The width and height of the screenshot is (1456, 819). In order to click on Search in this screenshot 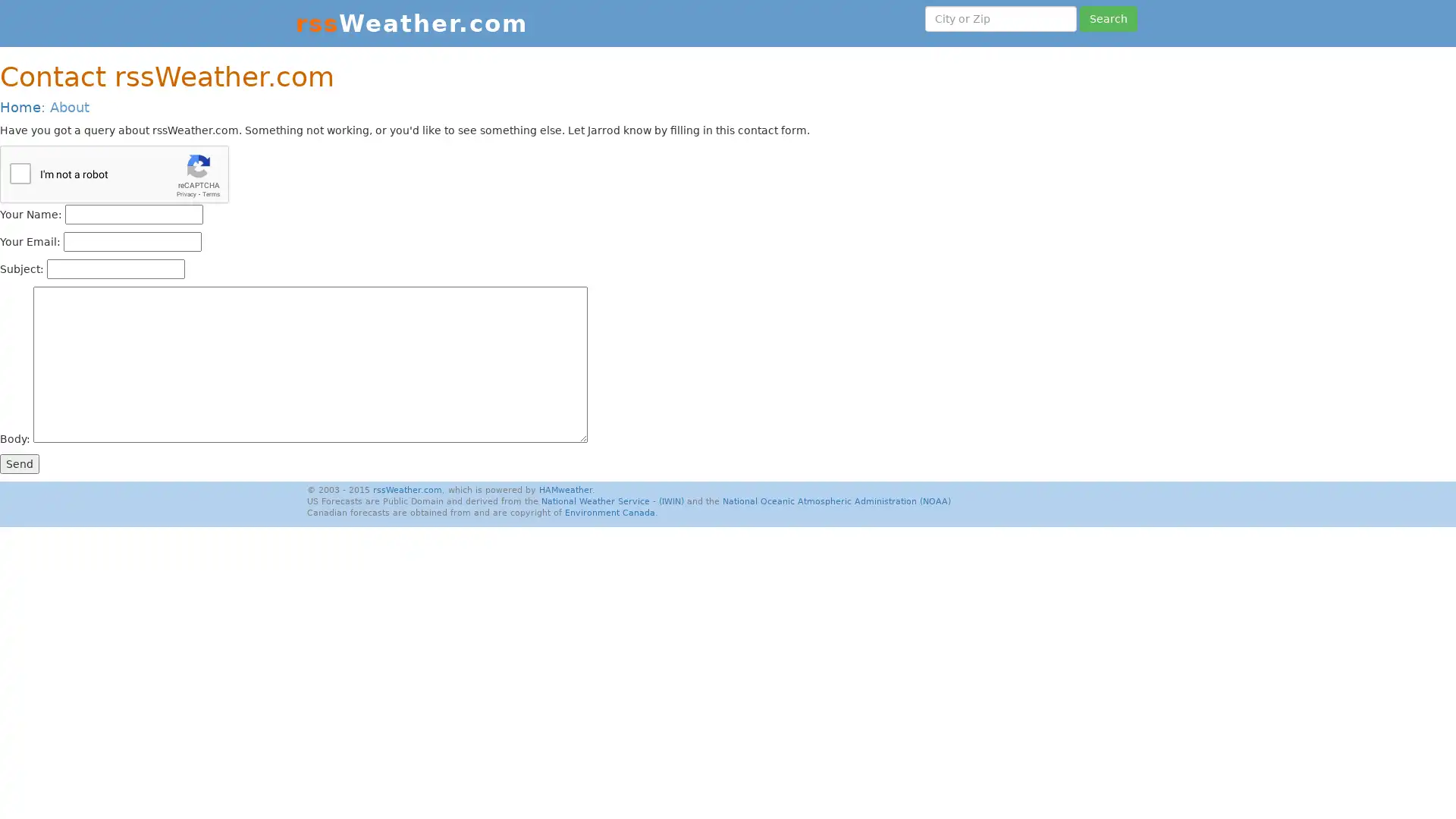, I will do `click(1109, 18)`.